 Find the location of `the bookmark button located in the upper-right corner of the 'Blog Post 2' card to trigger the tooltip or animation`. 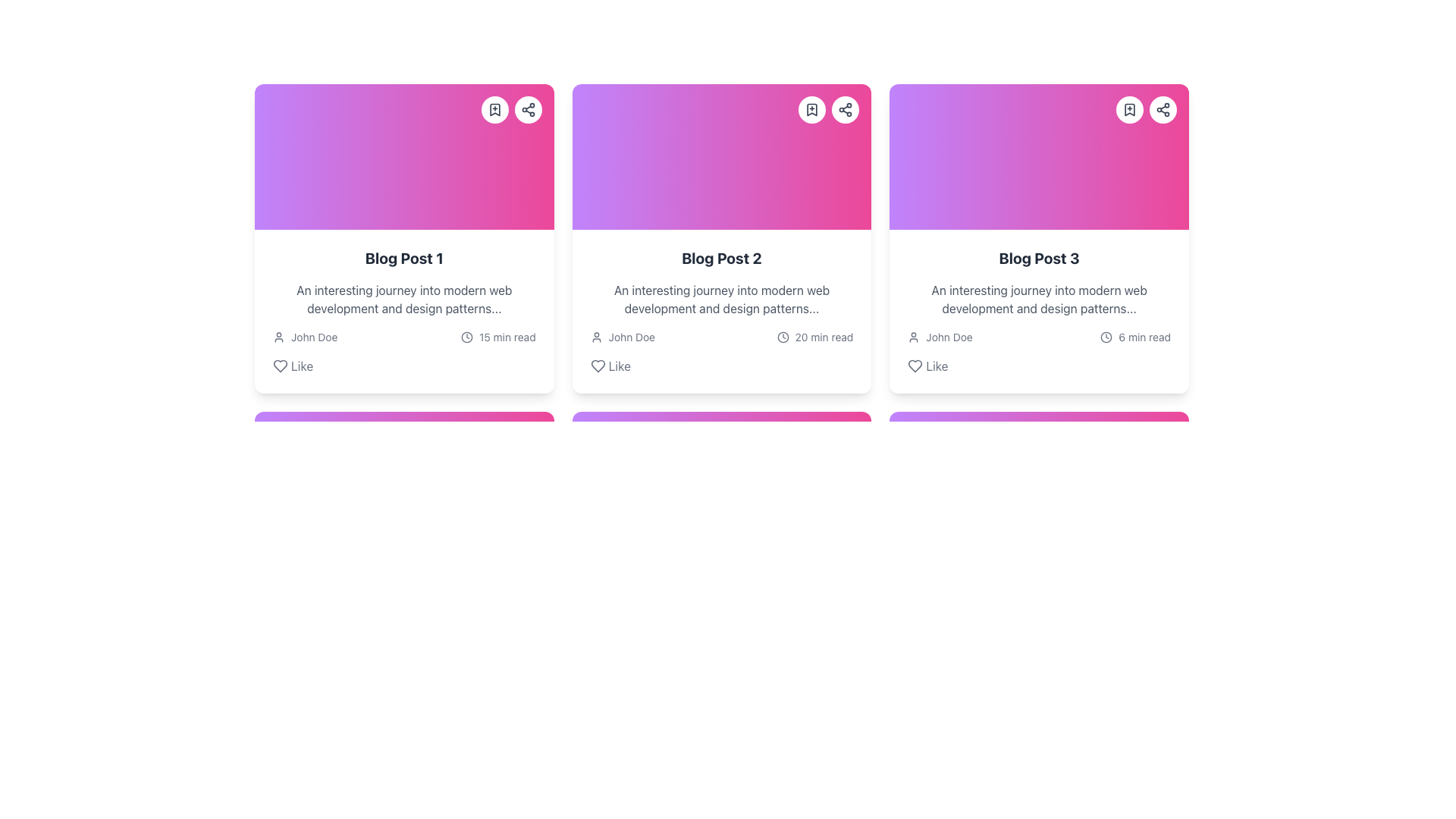

the bookmark button located in the upper-right corner of the 'Blog Post 2' card to trigger the tooltip or animation is located at coordinates (811, 109).